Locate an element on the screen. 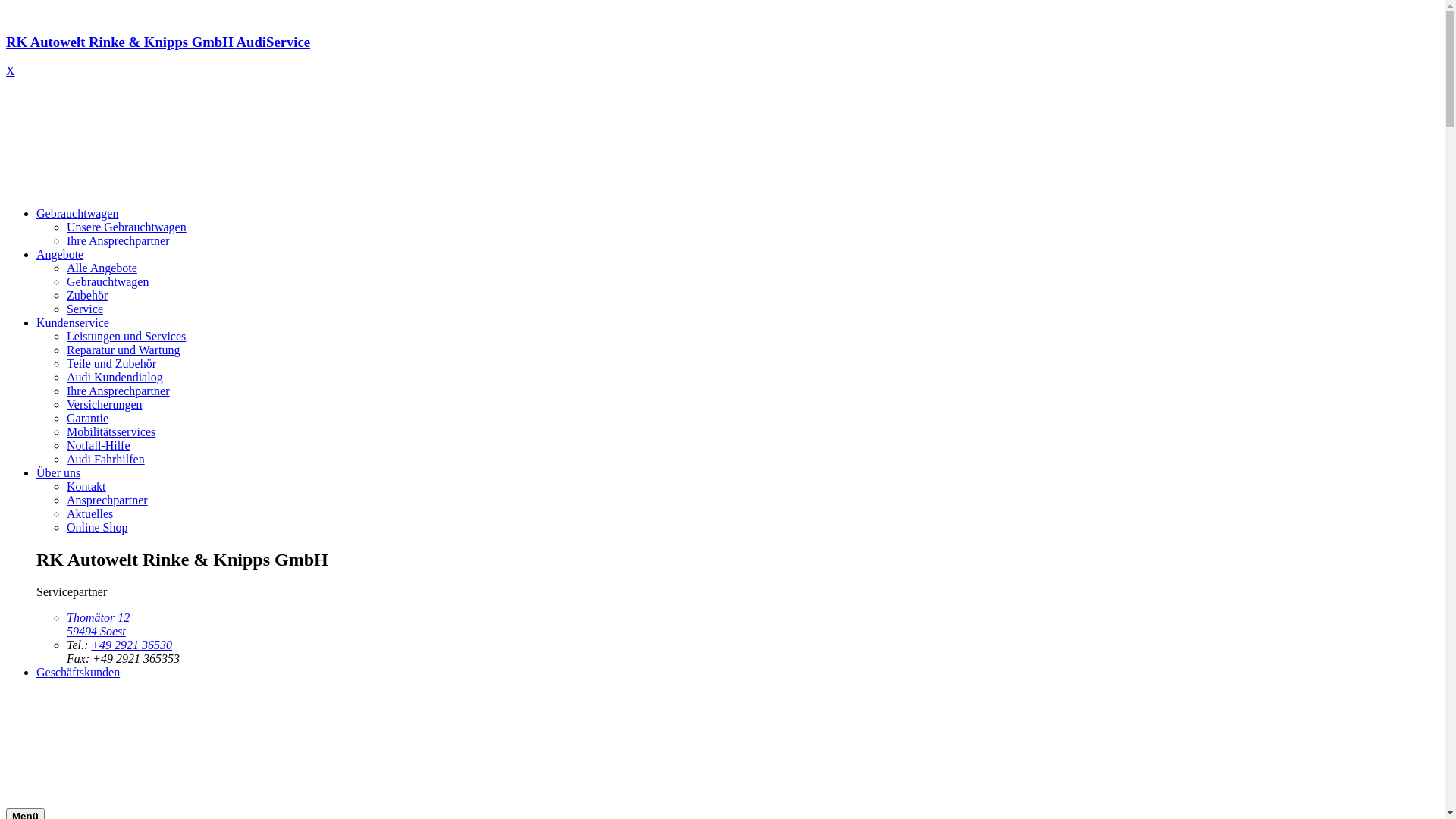  'Garantie' is located at coordinates (86, 418).